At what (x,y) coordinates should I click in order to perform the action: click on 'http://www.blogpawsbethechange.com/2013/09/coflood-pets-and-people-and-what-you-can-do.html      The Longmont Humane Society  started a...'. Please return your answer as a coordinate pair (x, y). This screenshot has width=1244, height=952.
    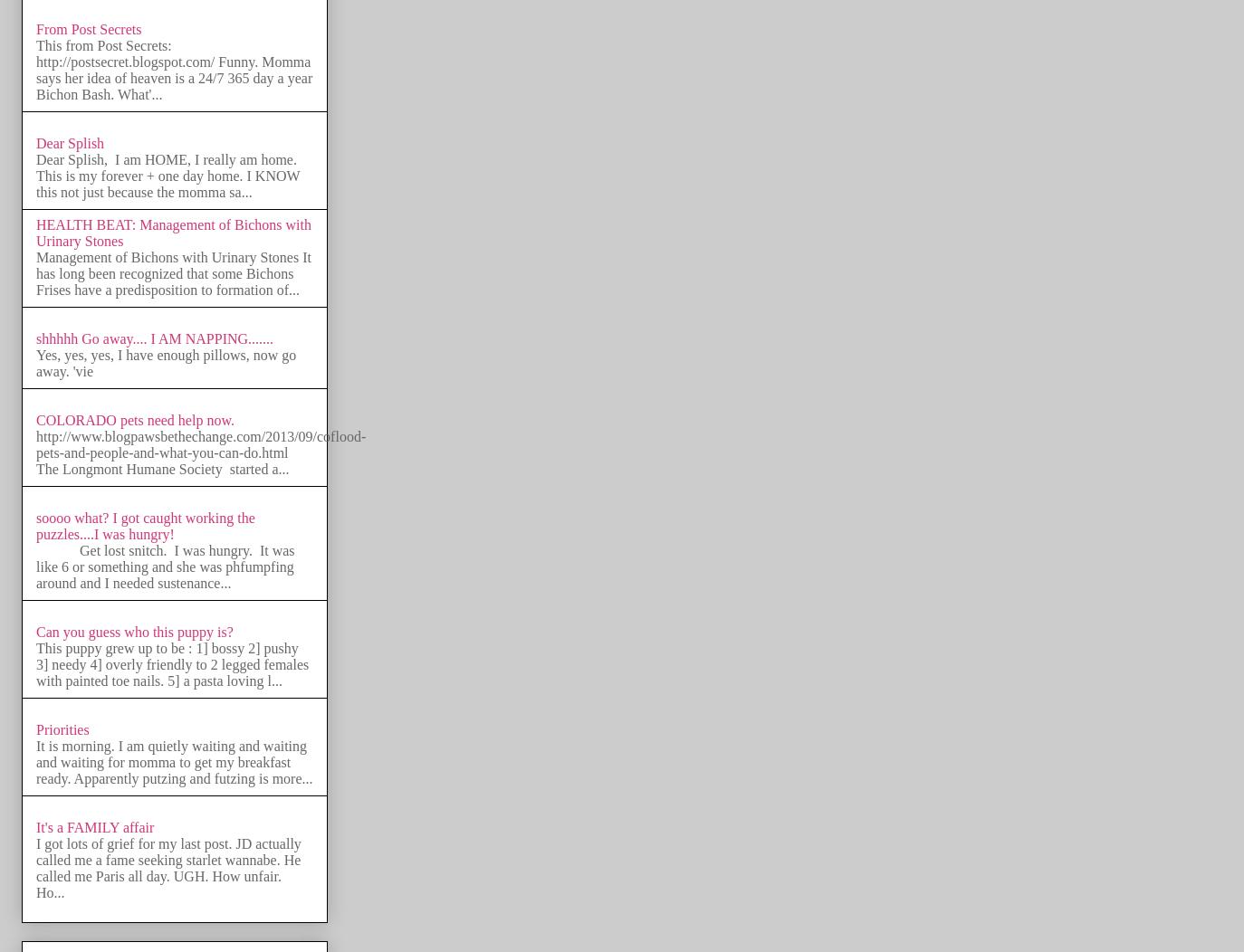
    Looking at the image, I should click on (200, 452).